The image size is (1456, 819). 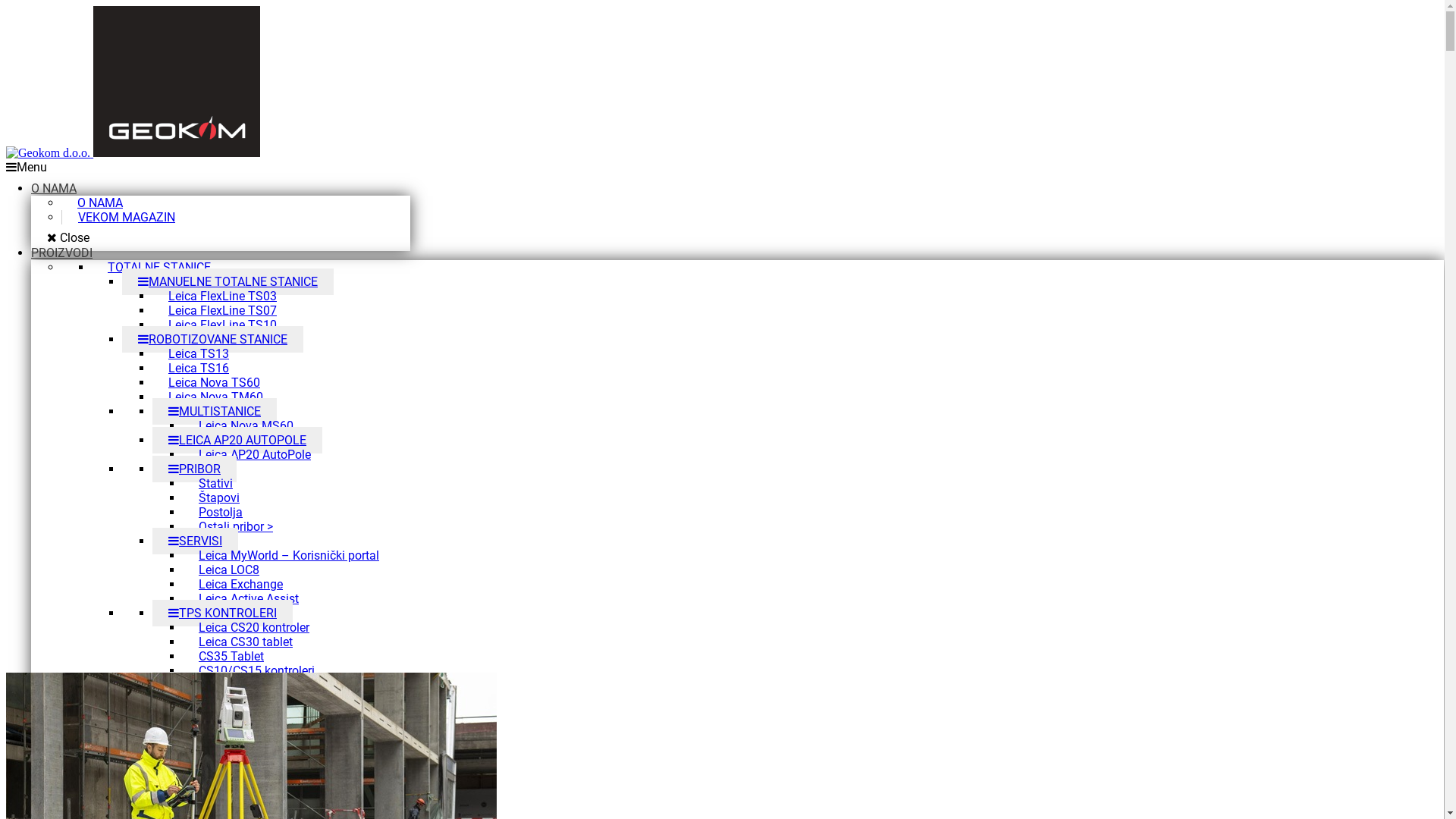 What do you see at coordinates (214, 411) in the screenshot?
I see `'MULTISTANICE'` at bounding box center [214, 411].